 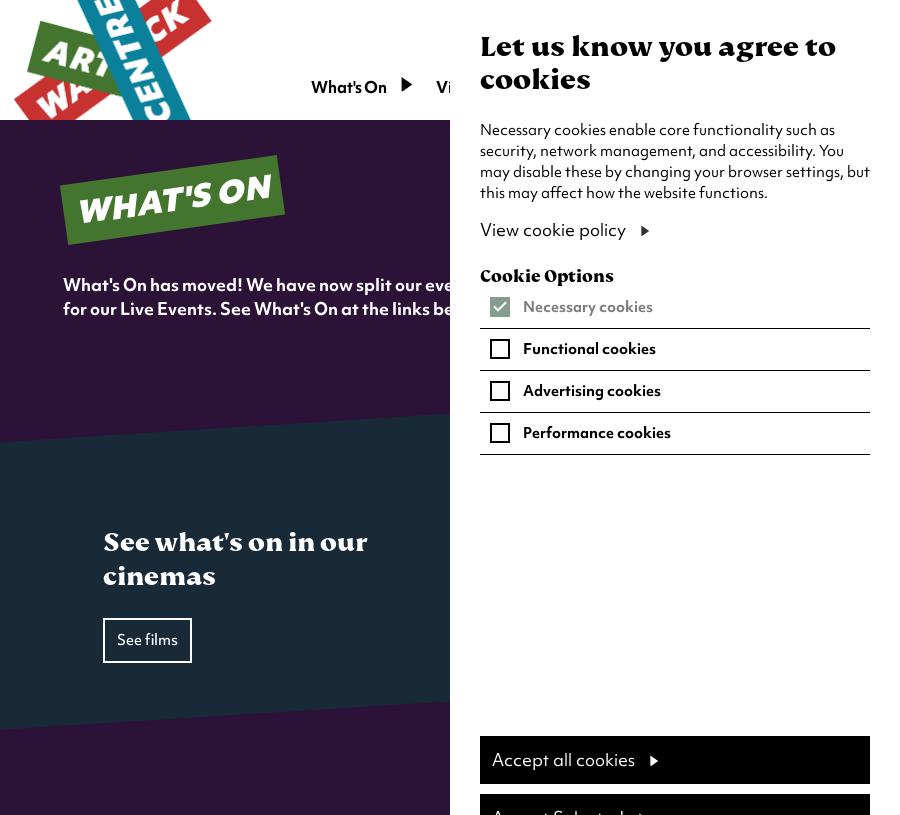 I want to click on 'Search', so click(x=693, y=21).